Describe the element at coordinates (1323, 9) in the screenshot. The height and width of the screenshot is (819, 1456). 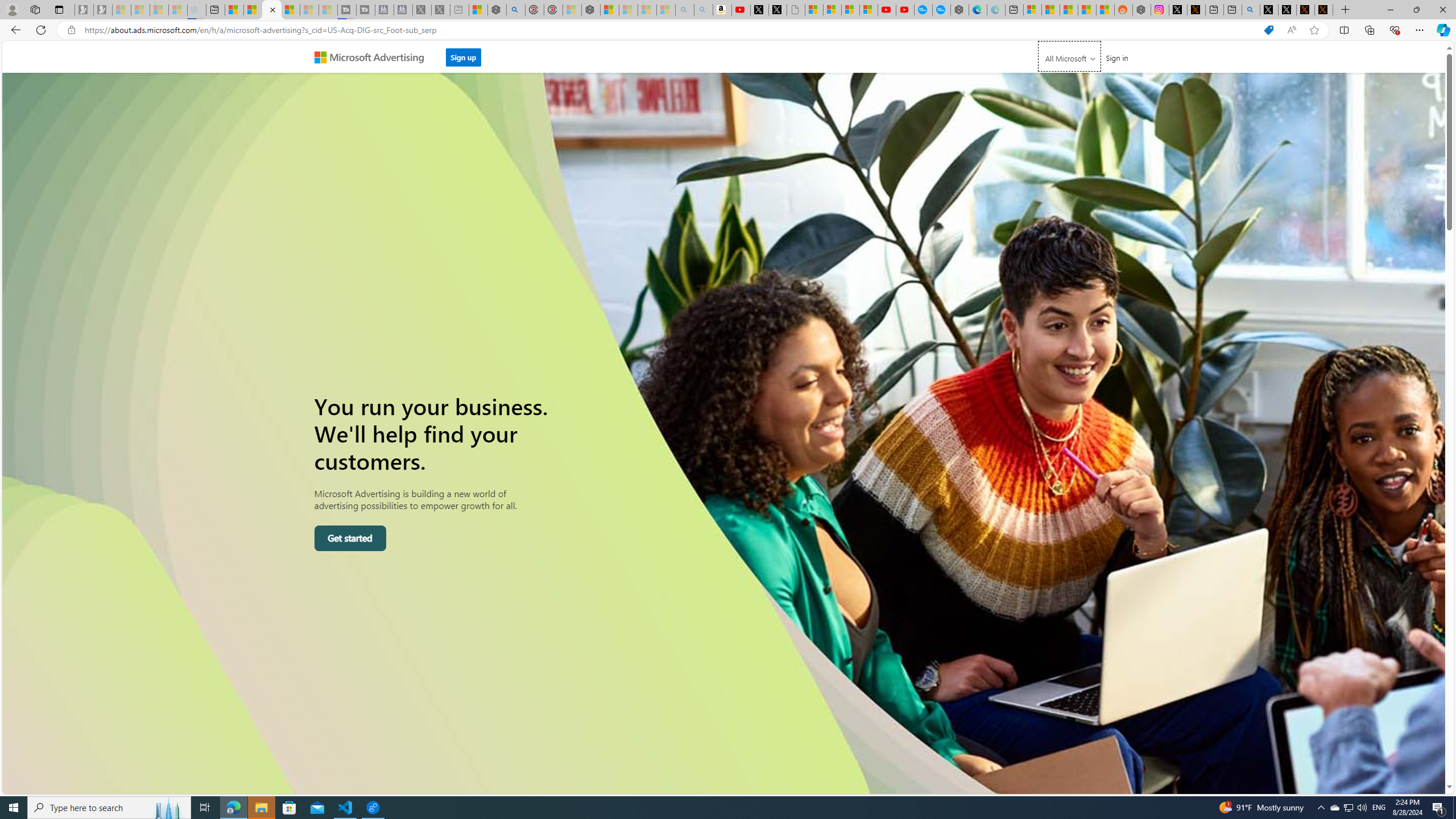
I see `'X Privacy Policy'` at that location.